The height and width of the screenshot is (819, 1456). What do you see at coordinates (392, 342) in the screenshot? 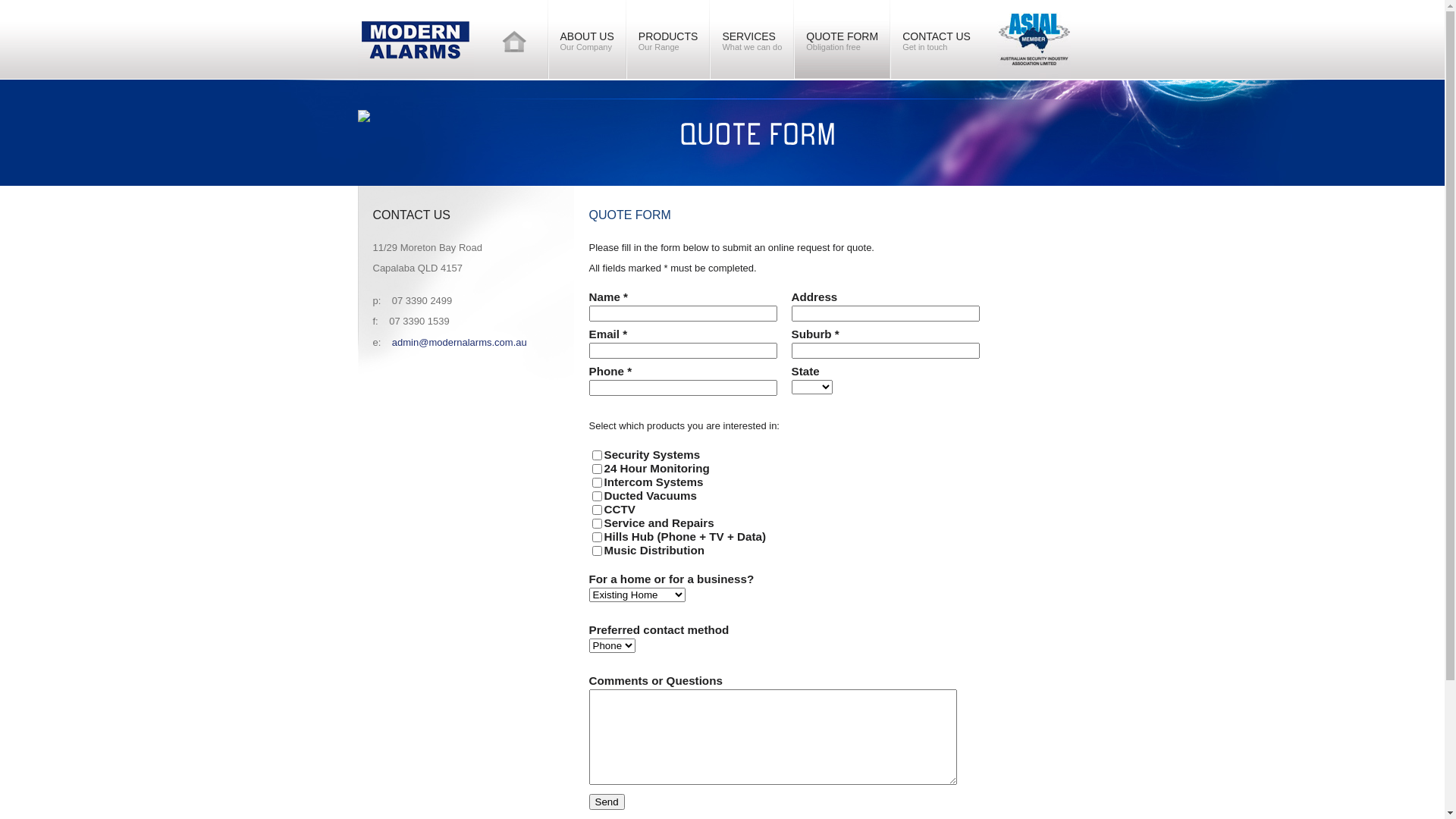
I see `'admin@modernalarms.com.au'` at bounding box center [392, 342].